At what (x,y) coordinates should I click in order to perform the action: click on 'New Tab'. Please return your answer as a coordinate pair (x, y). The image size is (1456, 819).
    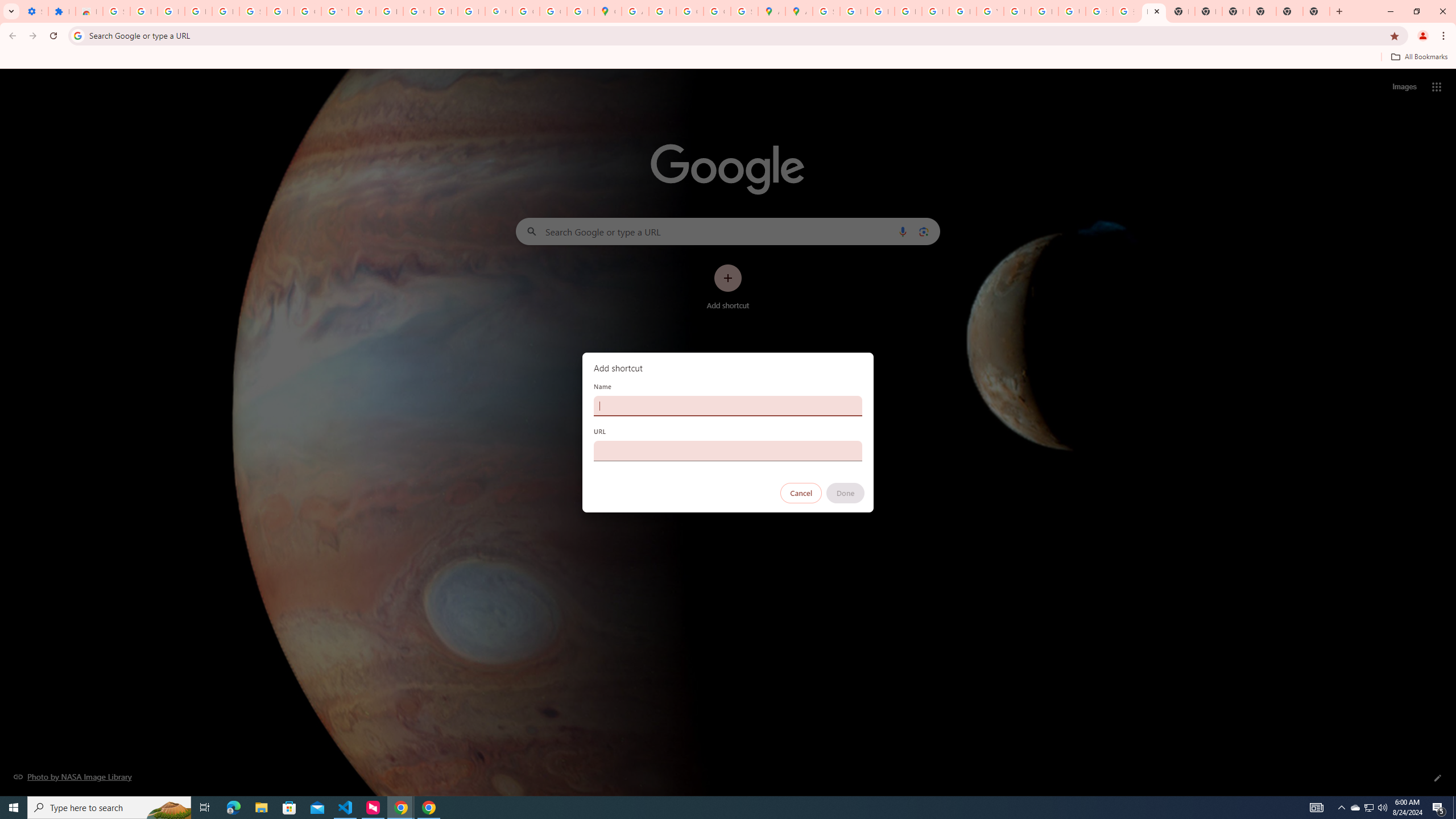
    Looking at the image, I should click on (1316, 11).